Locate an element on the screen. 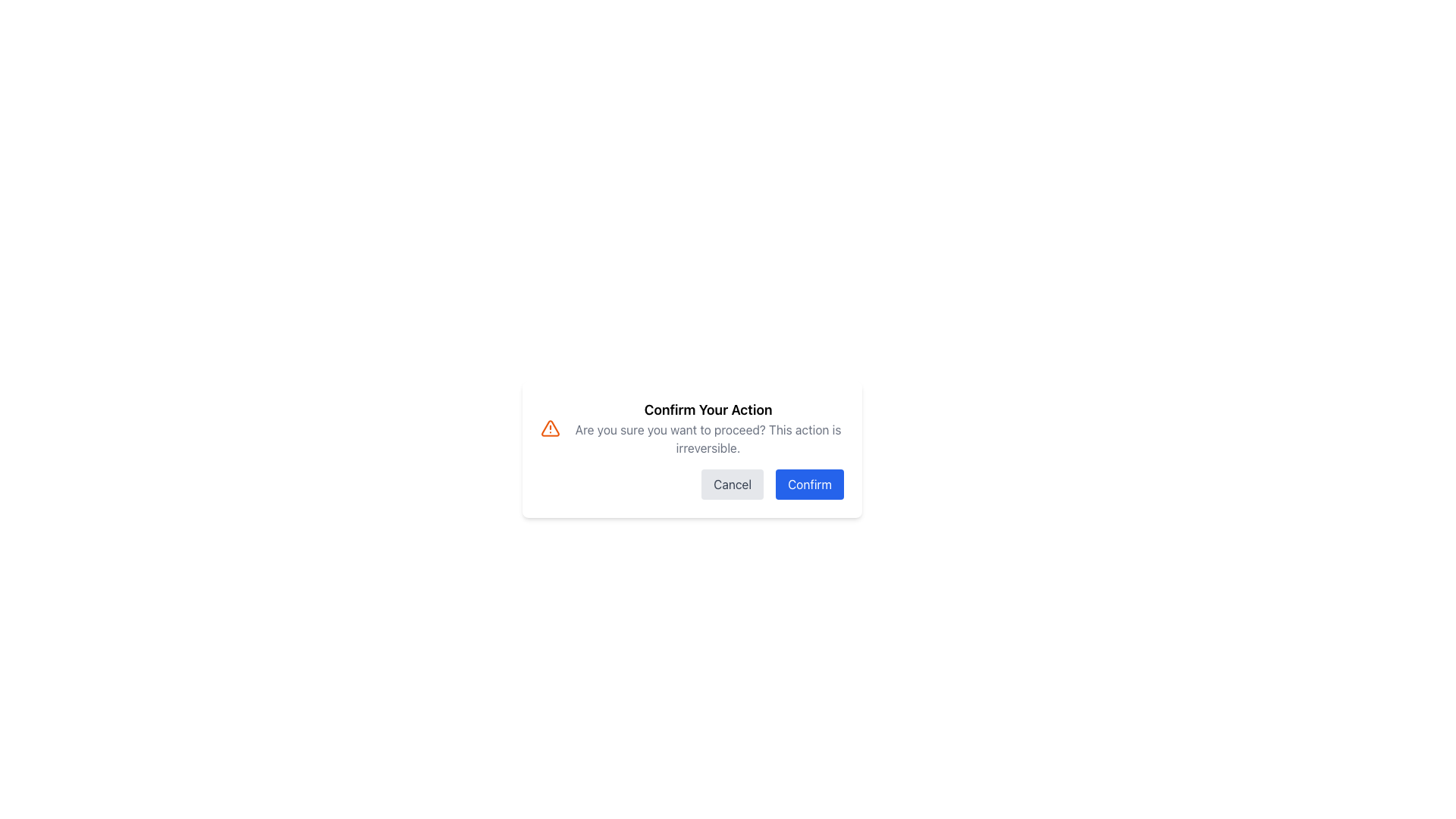  the 'Confirm' button located at the bottom-right corner of the dialog box to confirm the action is located at coordinates (809, 485).